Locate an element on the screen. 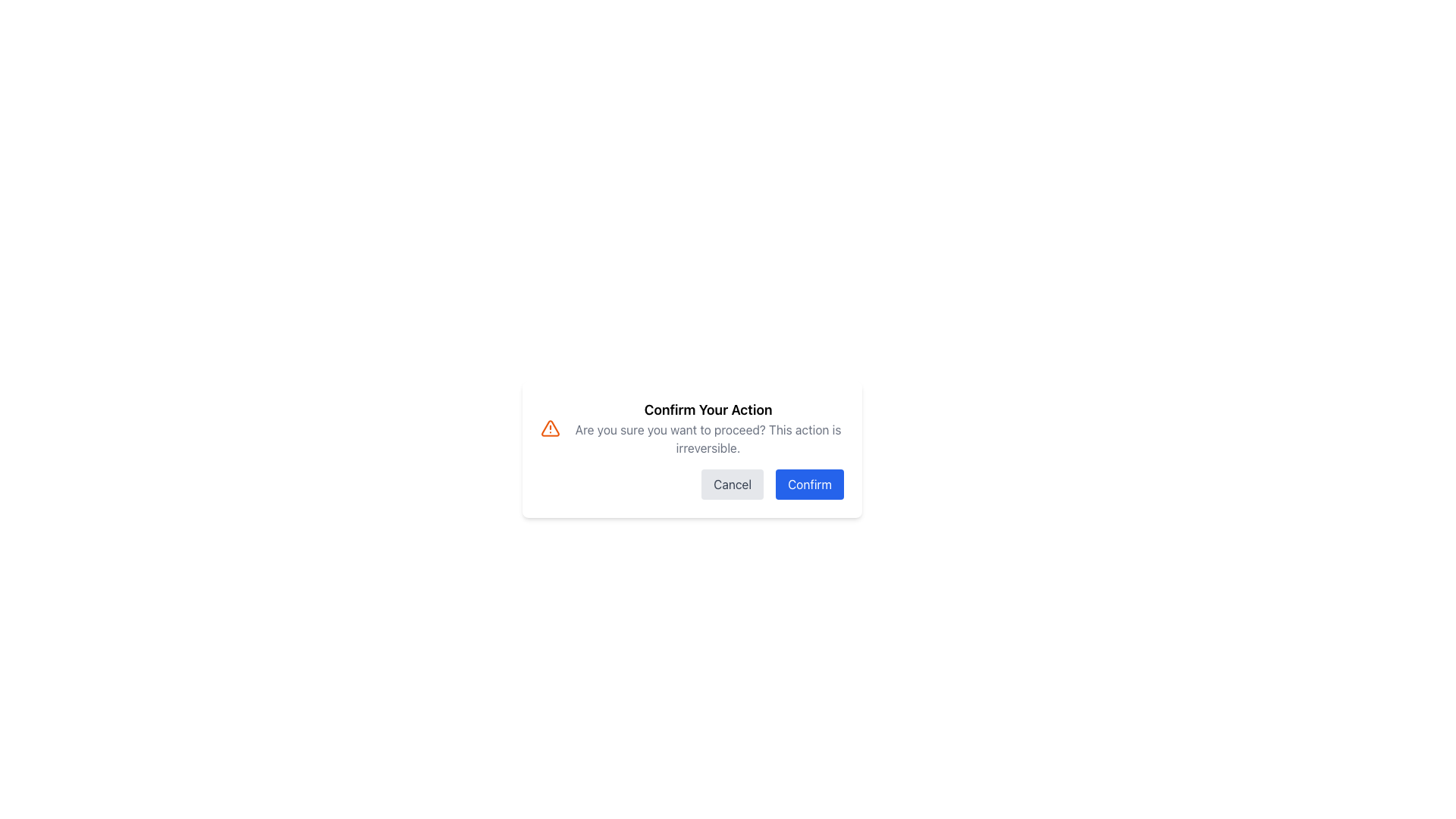  the 'Confirm' button located at the bottom-right corner of the dialog box to confirm the action is located at coordinates (809, 485).